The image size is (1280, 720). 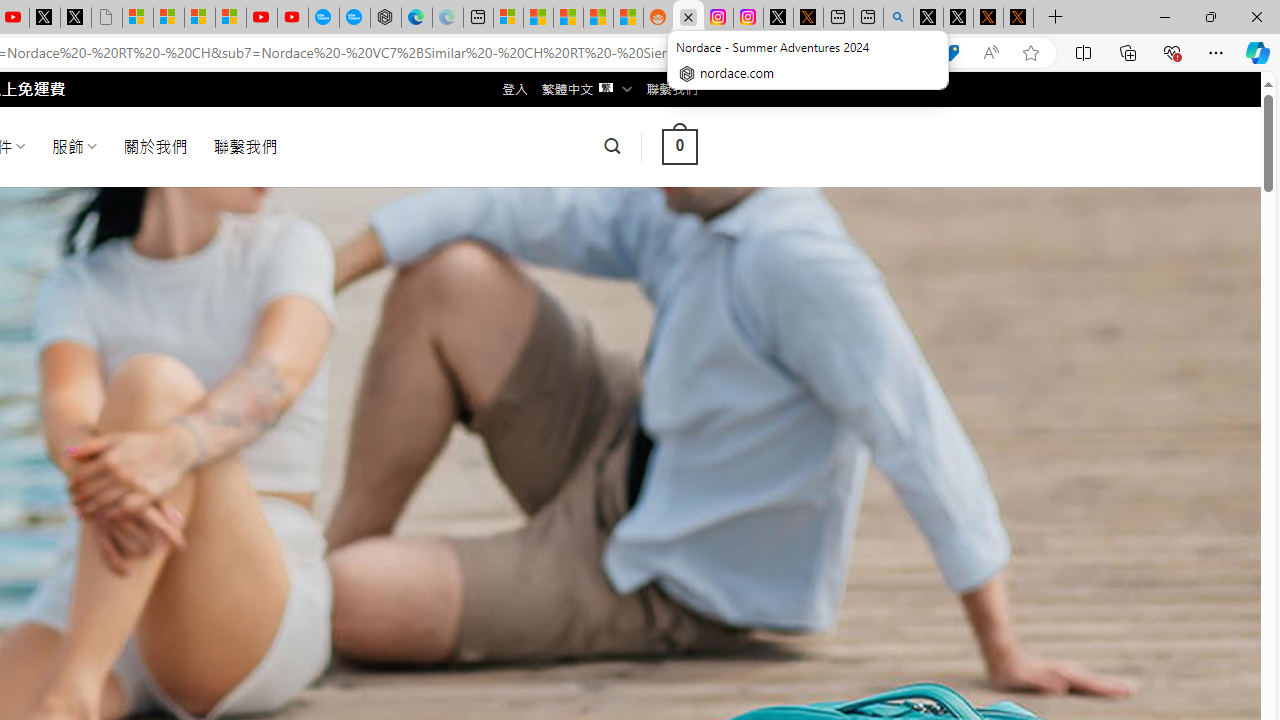 I want to click on 'Collections', so click(x=1128, y=51).